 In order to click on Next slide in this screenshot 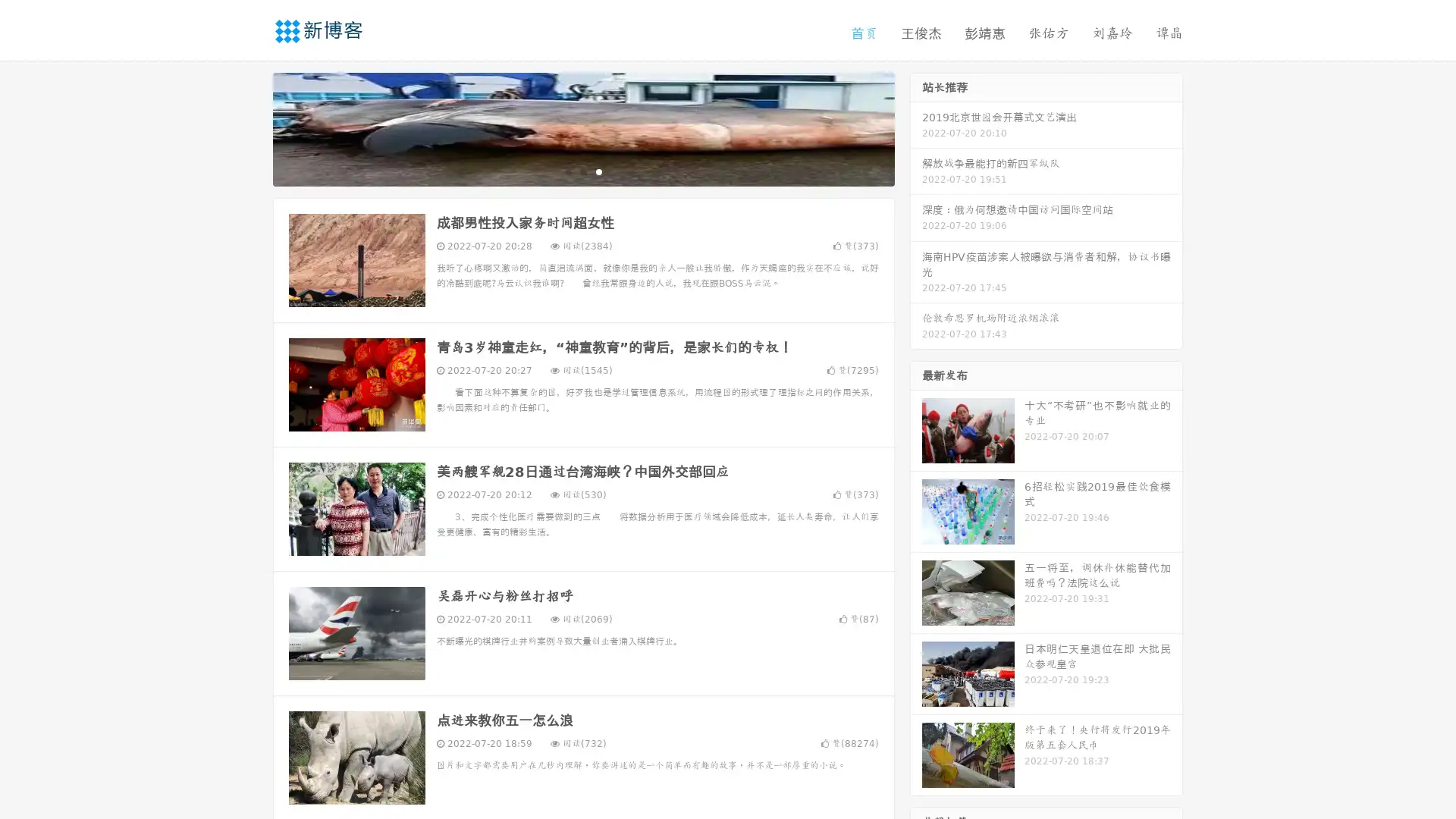, I will do `click(916, 127)`.